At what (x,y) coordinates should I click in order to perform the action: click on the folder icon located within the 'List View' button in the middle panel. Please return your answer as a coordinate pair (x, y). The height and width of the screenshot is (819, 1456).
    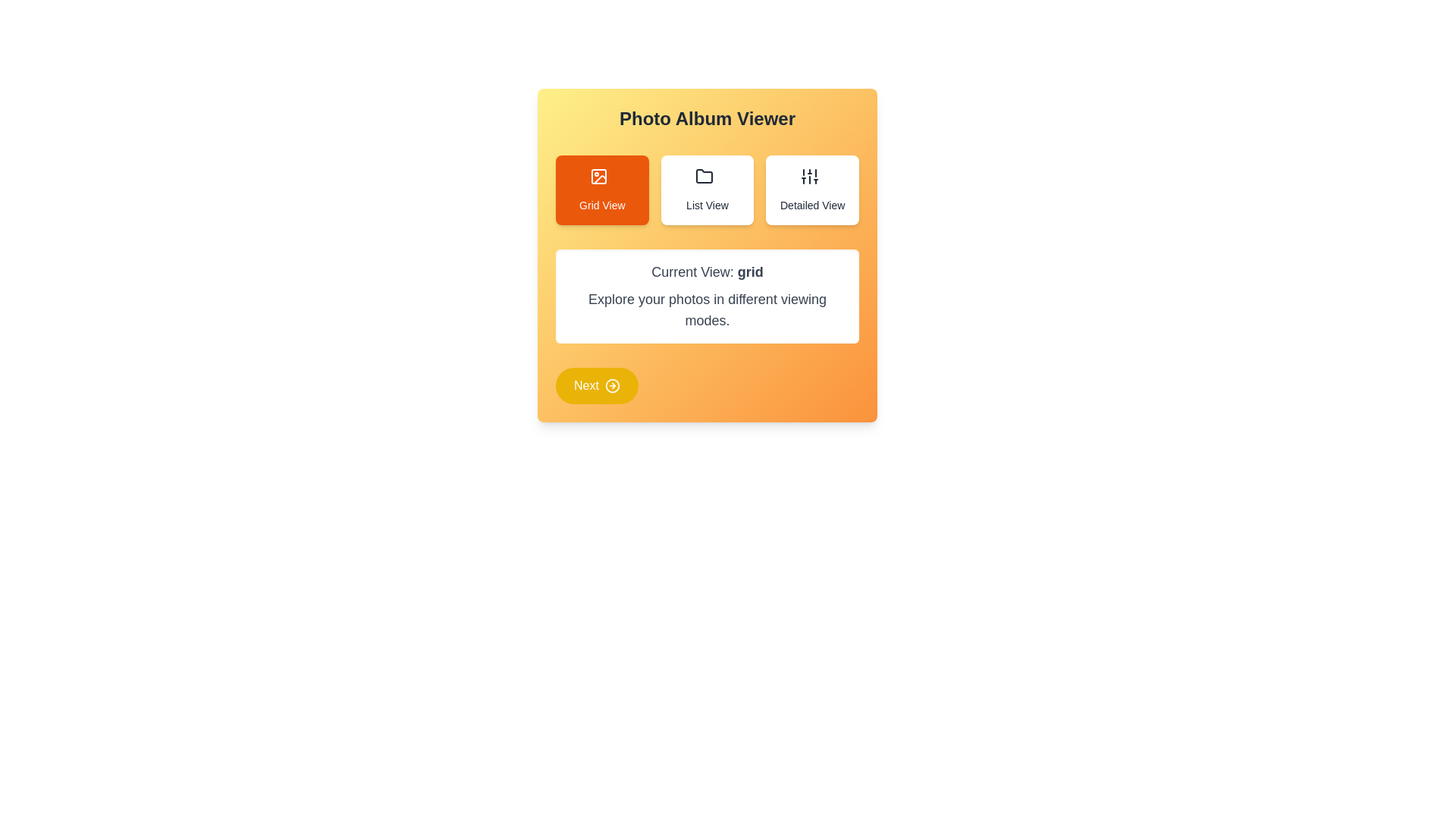
    Looking at the image, I should click on (706, 178).